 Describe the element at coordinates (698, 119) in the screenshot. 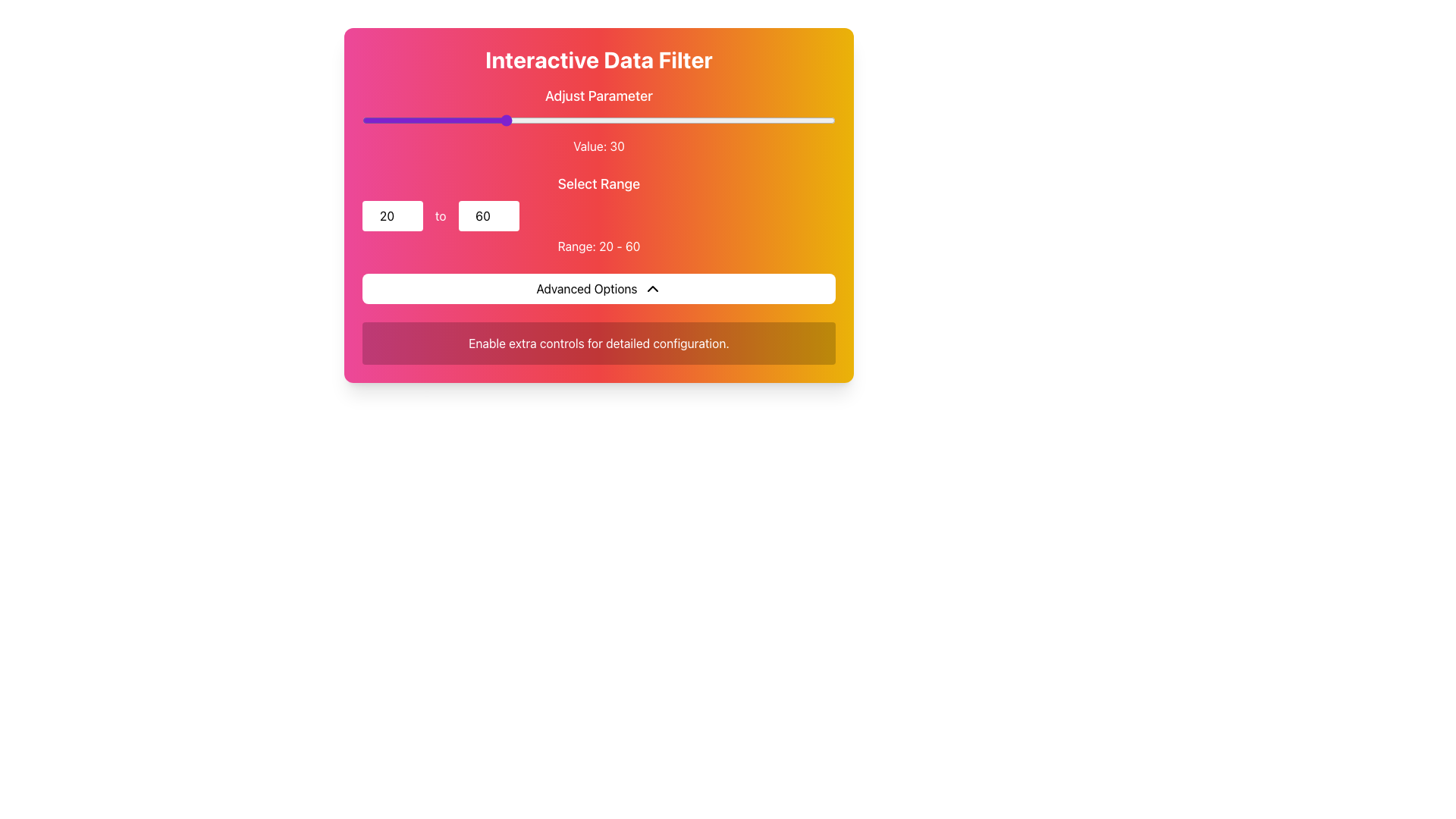

I see `the parameter` at that location.